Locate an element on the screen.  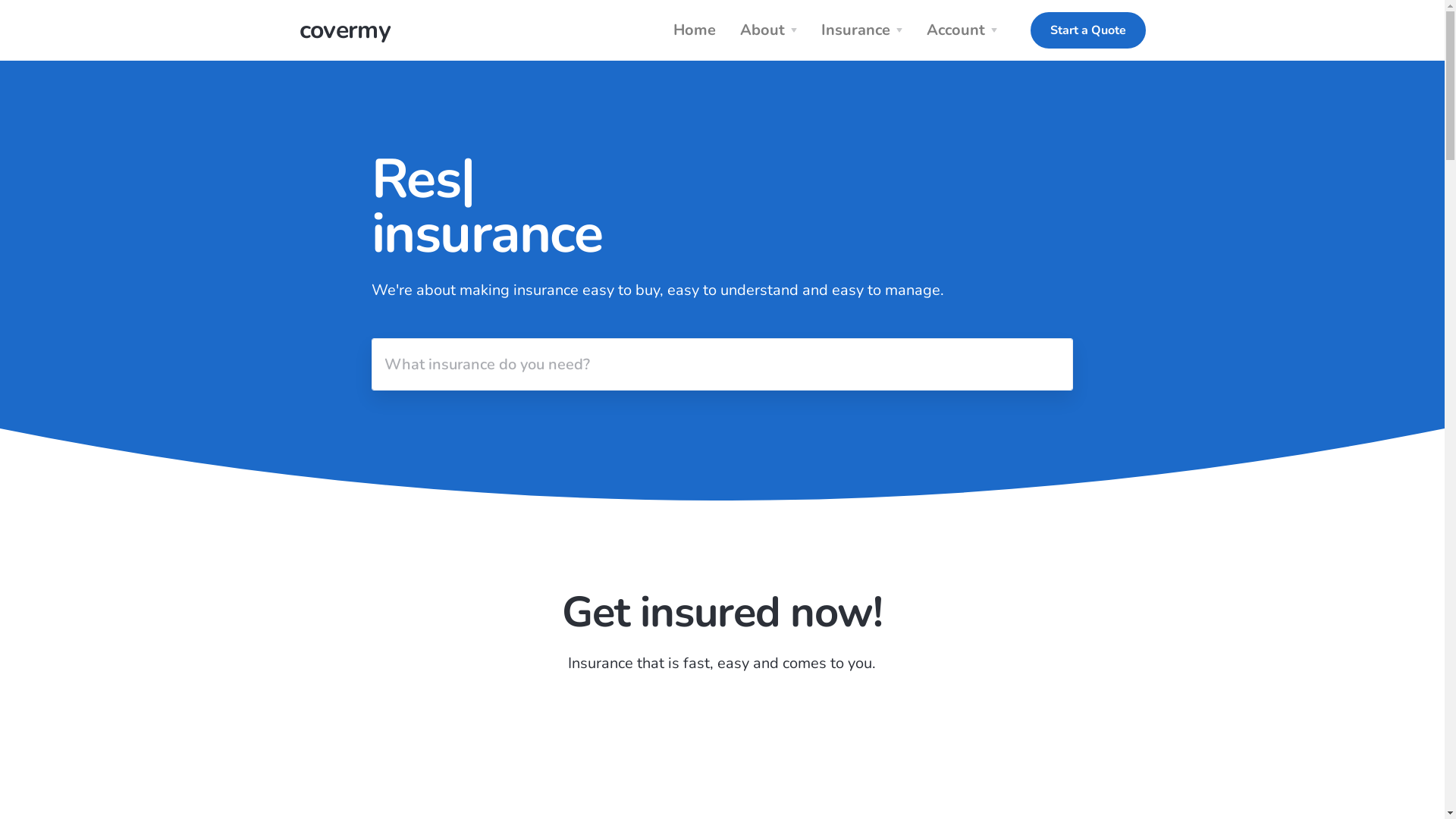
'covermy' is located at coordinates (344, 30).